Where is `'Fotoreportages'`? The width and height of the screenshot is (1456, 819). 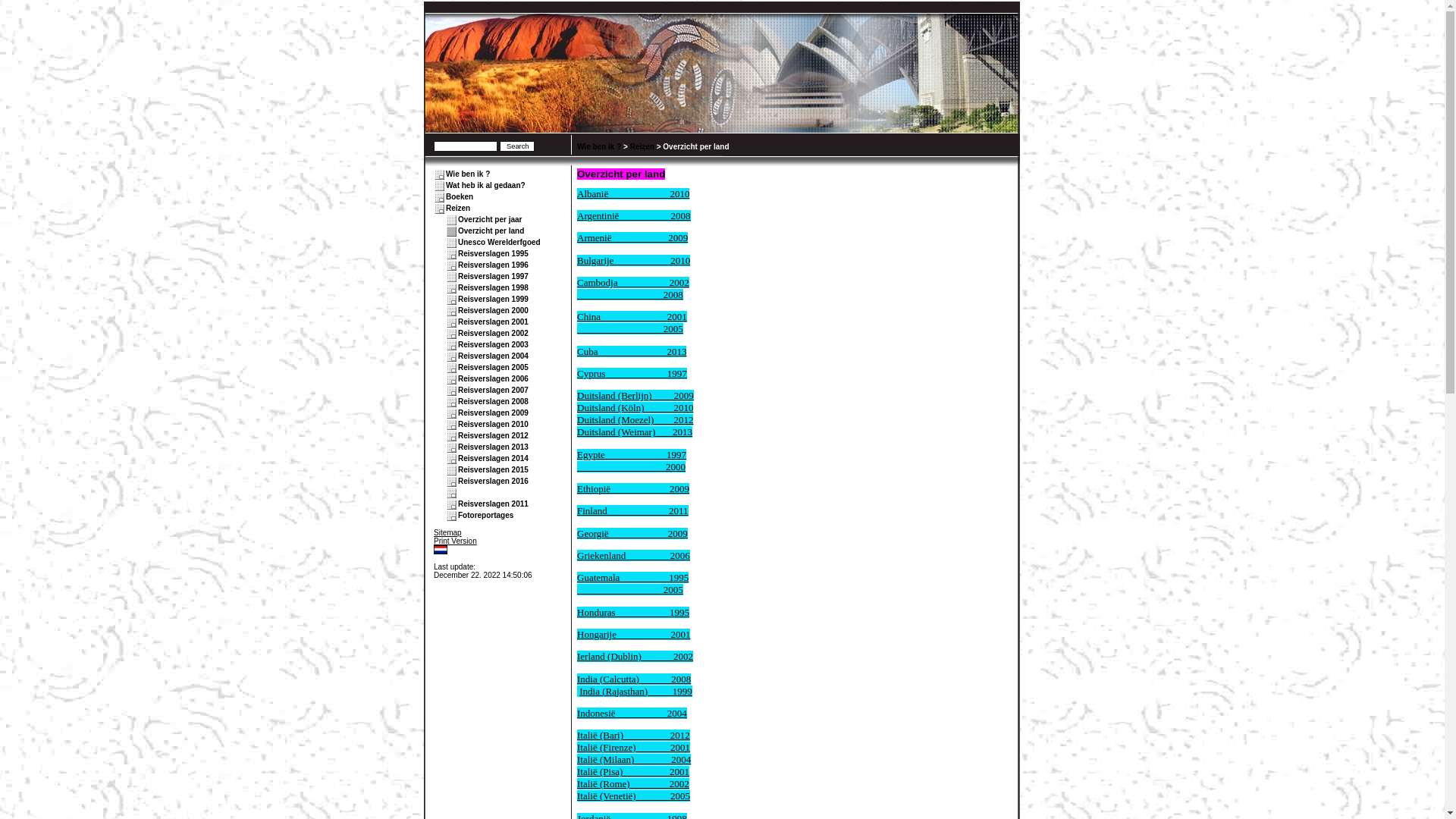
'Fotoreportages' is located at coordinates (485, 514).